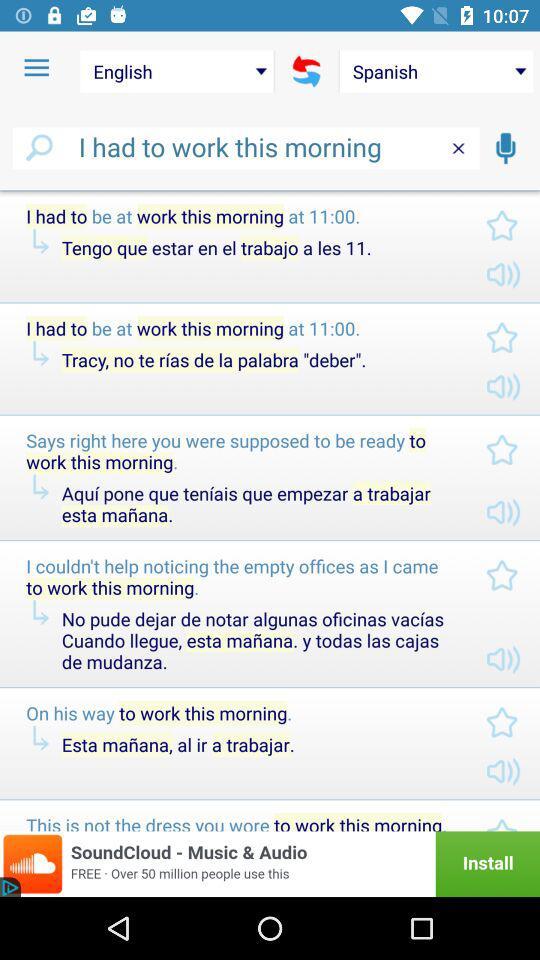 This screenshot has width=540, height=960. What do you see at coordinates (458, 147) in the screenshot?
I see `clear field` at bounding box center [458, 147].